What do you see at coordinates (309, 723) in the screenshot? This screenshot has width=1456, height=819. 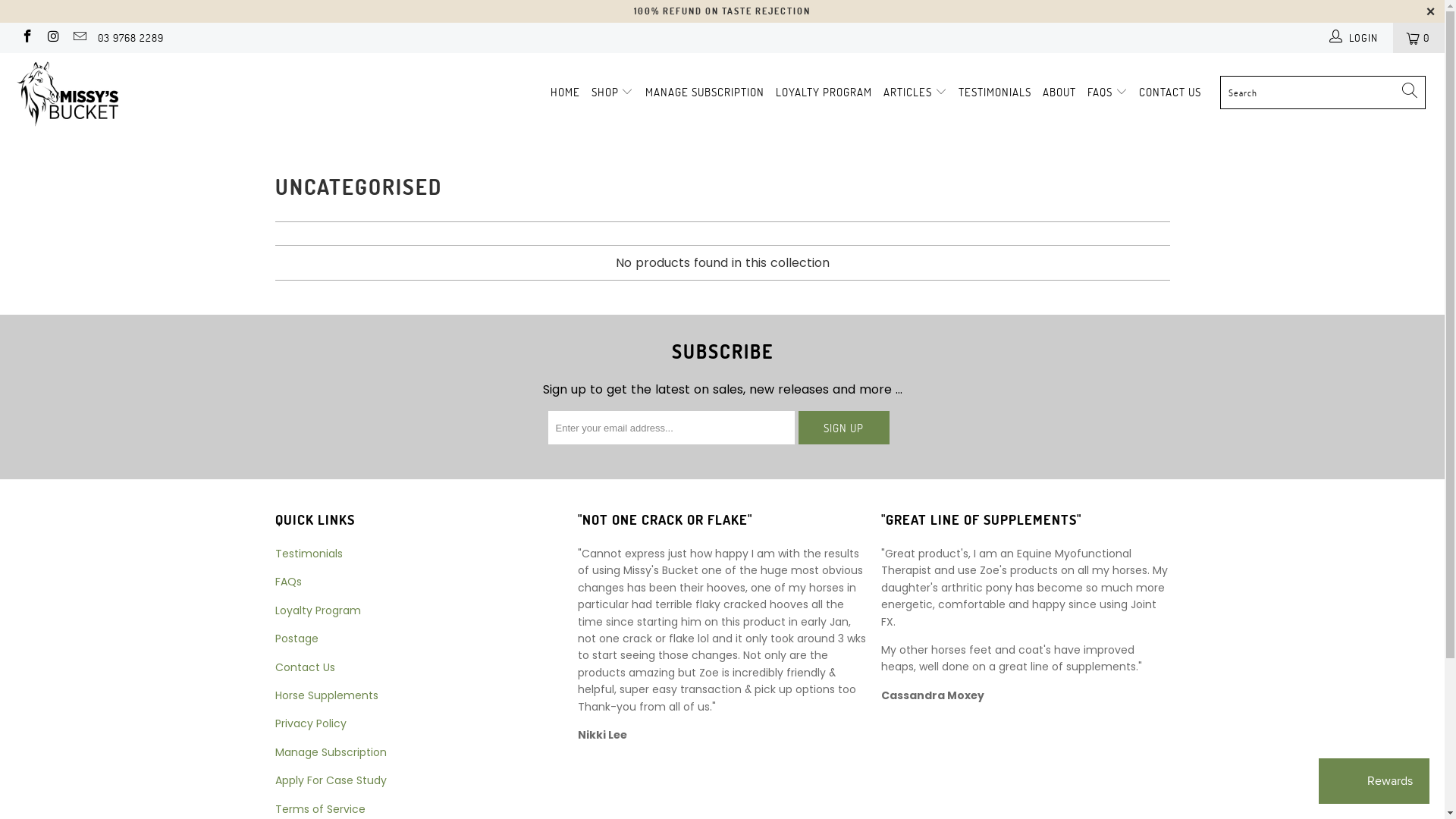 I see `'Privacy Policy'` at bounding box center [309, 723].